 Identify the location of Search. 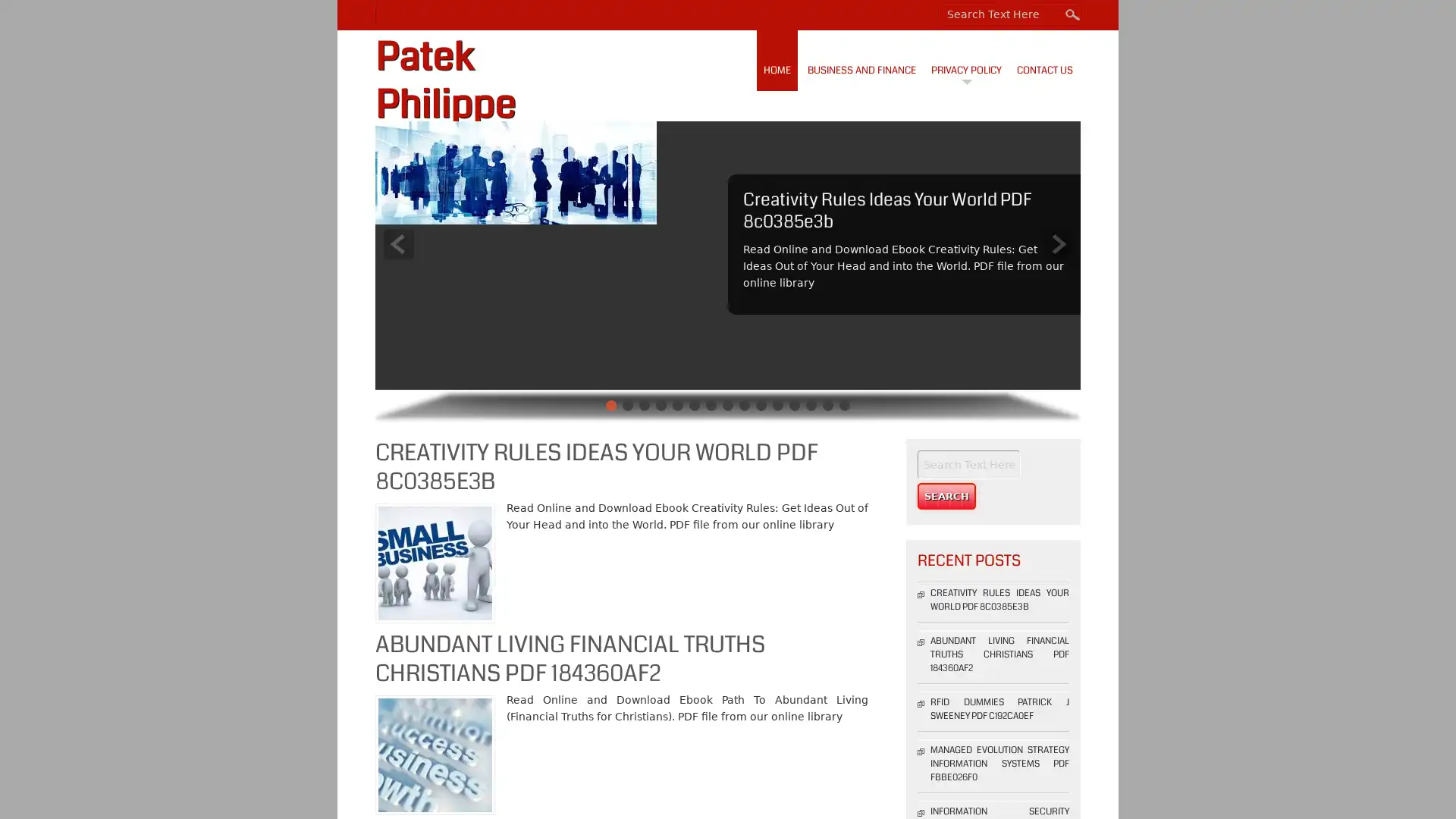
(946, 496).